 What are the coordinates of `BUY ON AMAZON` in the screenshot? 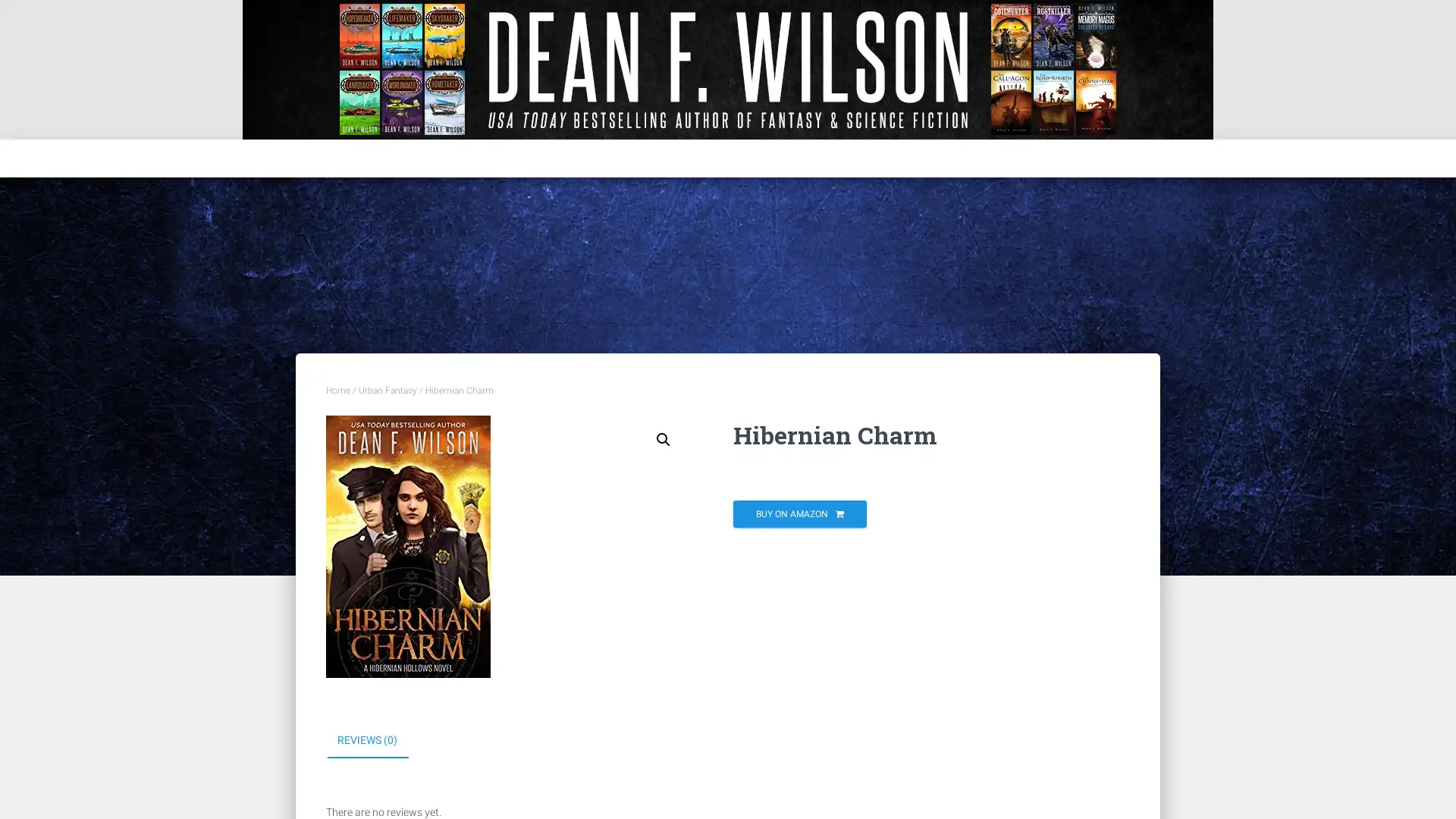 It's located at (799, 513).